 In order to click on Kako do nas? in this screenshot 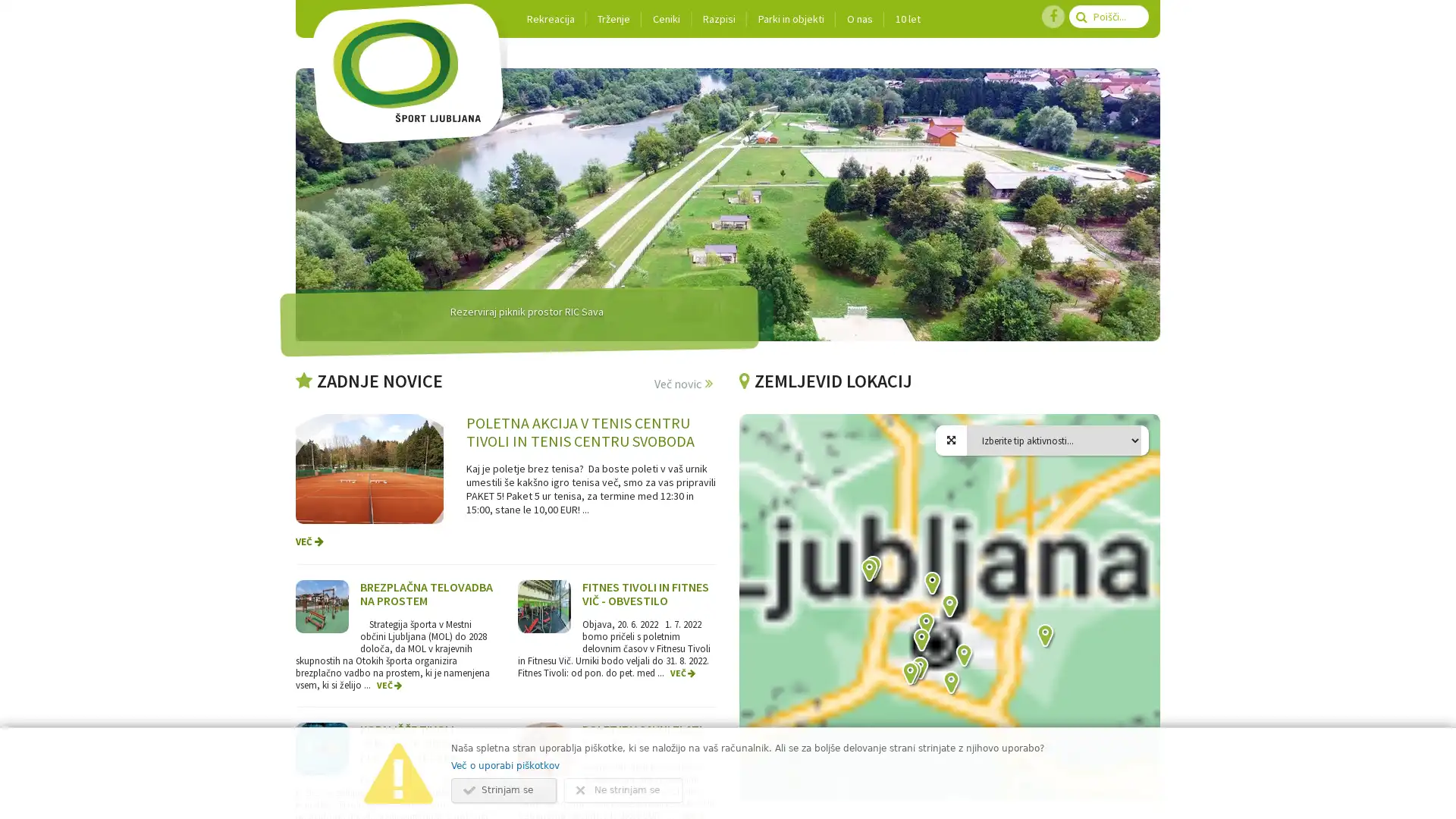, I will do `click(920, 641)`.